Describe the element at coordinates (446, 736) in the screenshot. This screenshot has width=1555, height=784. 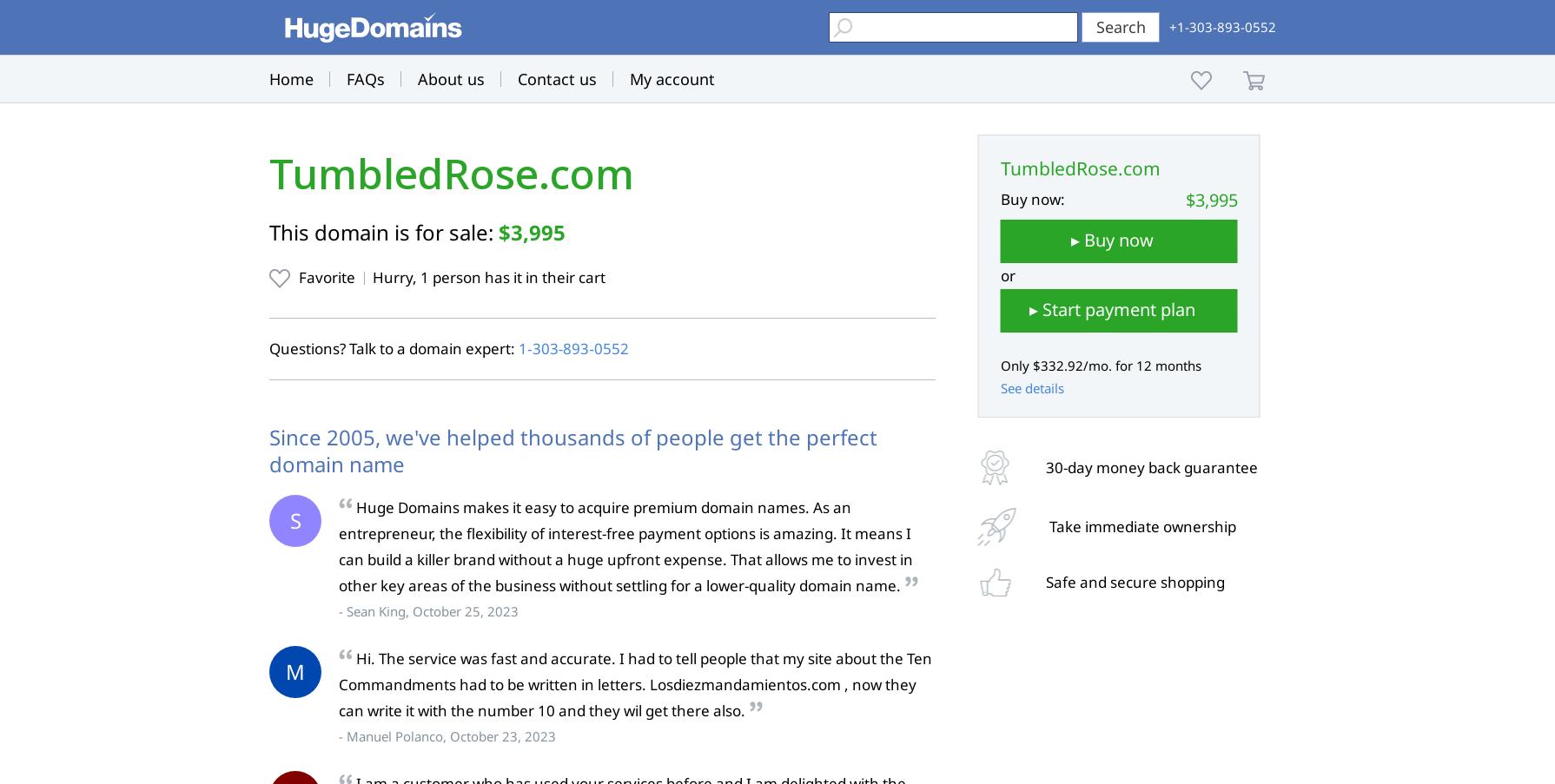
I see `'- Manuel Polanco, October 23, 2023'` at that location.